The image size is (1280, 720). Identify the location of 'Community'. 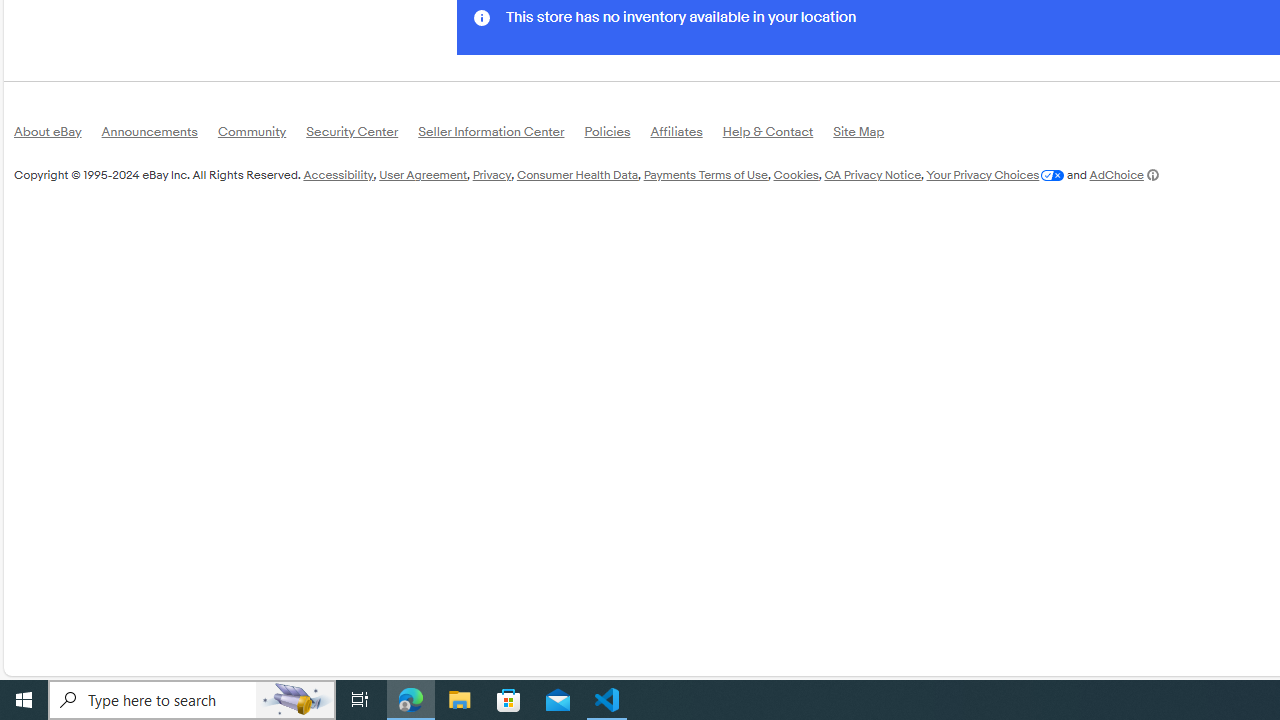
(261, 135).